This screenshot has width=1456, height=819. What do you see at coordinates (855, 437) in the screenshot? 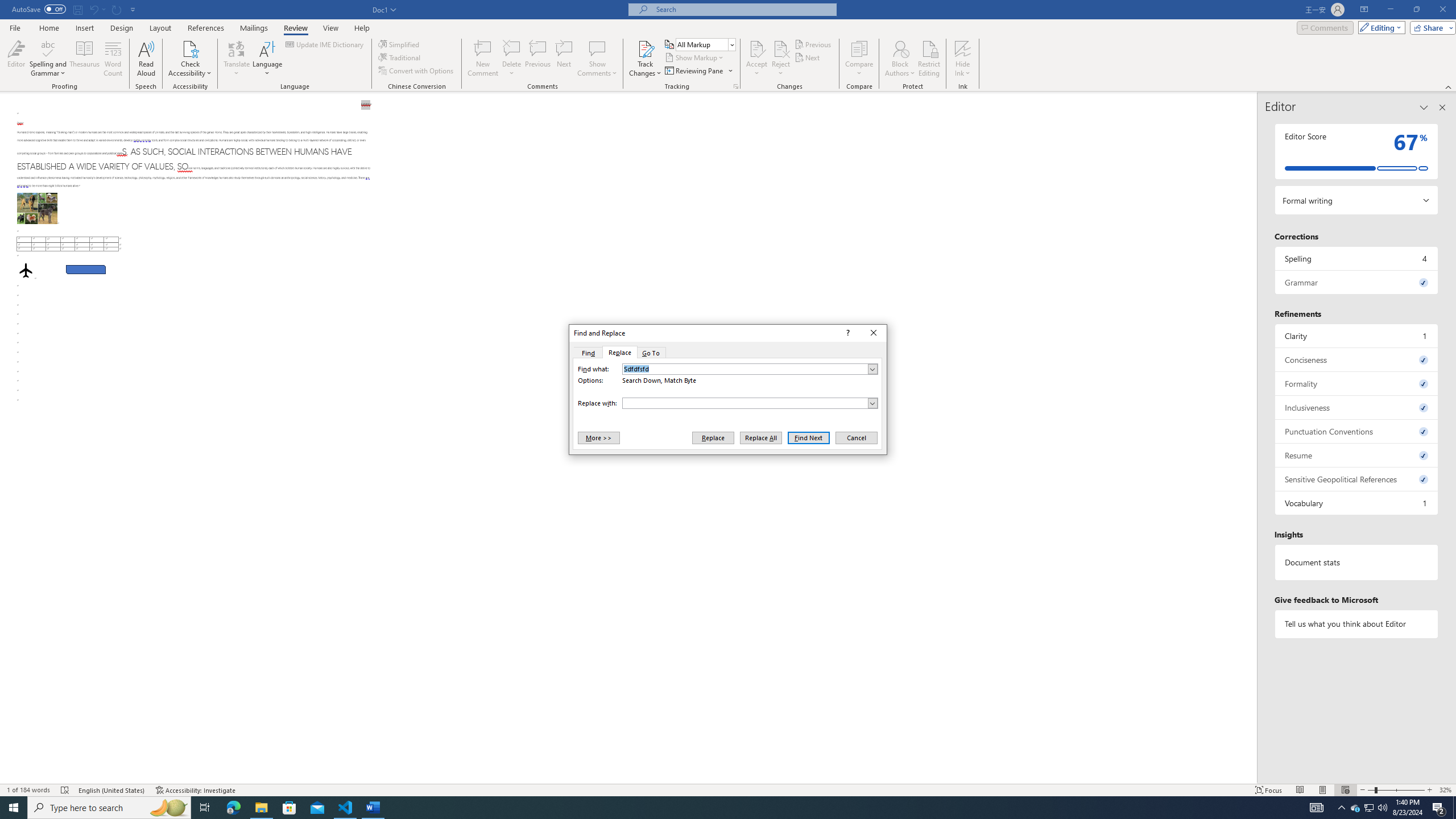
I see `'Cancel'` at bounding box center [855, 437].